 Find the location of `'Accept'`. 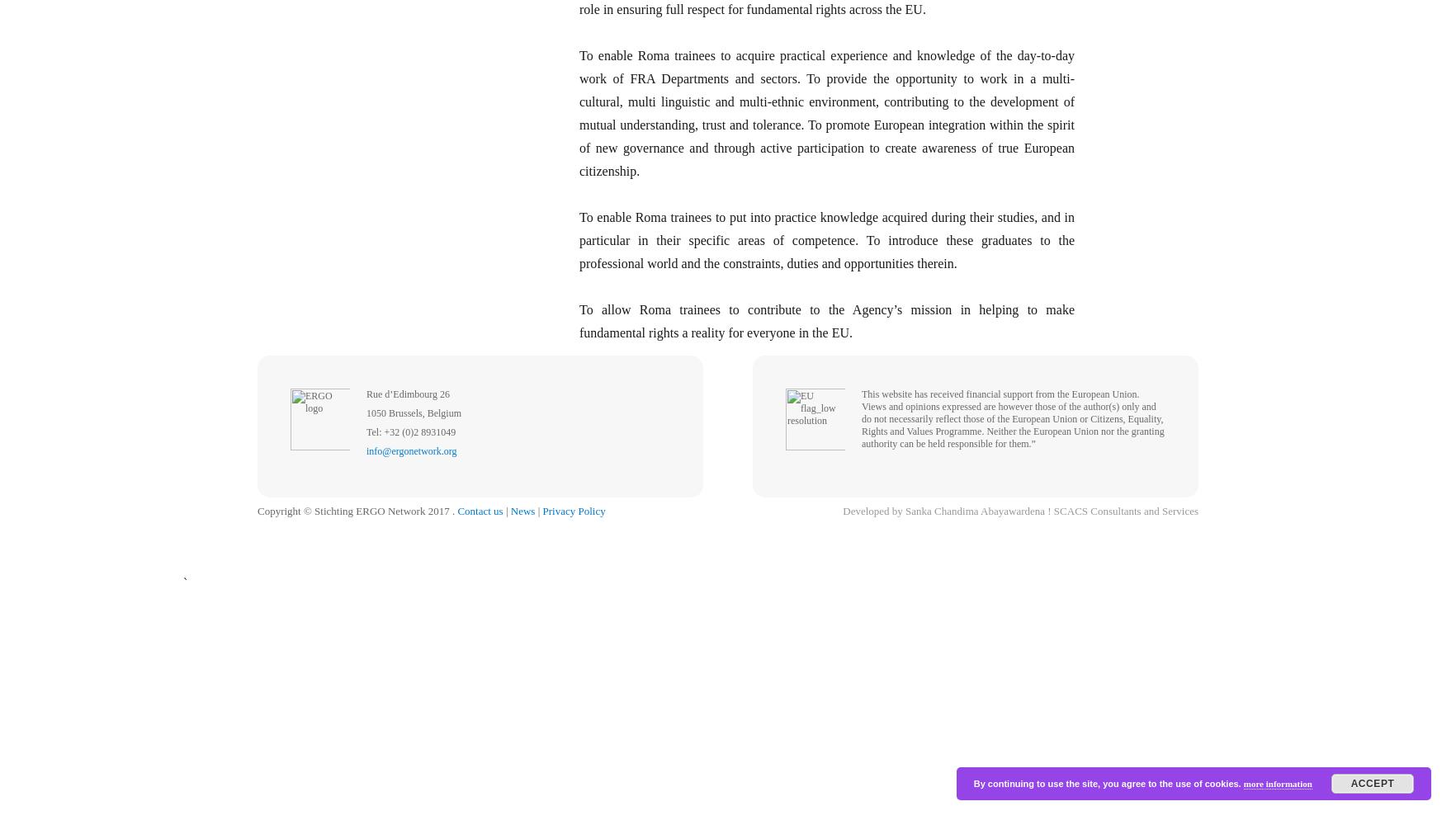

'Accept' is located at coordinates (1350, 783).